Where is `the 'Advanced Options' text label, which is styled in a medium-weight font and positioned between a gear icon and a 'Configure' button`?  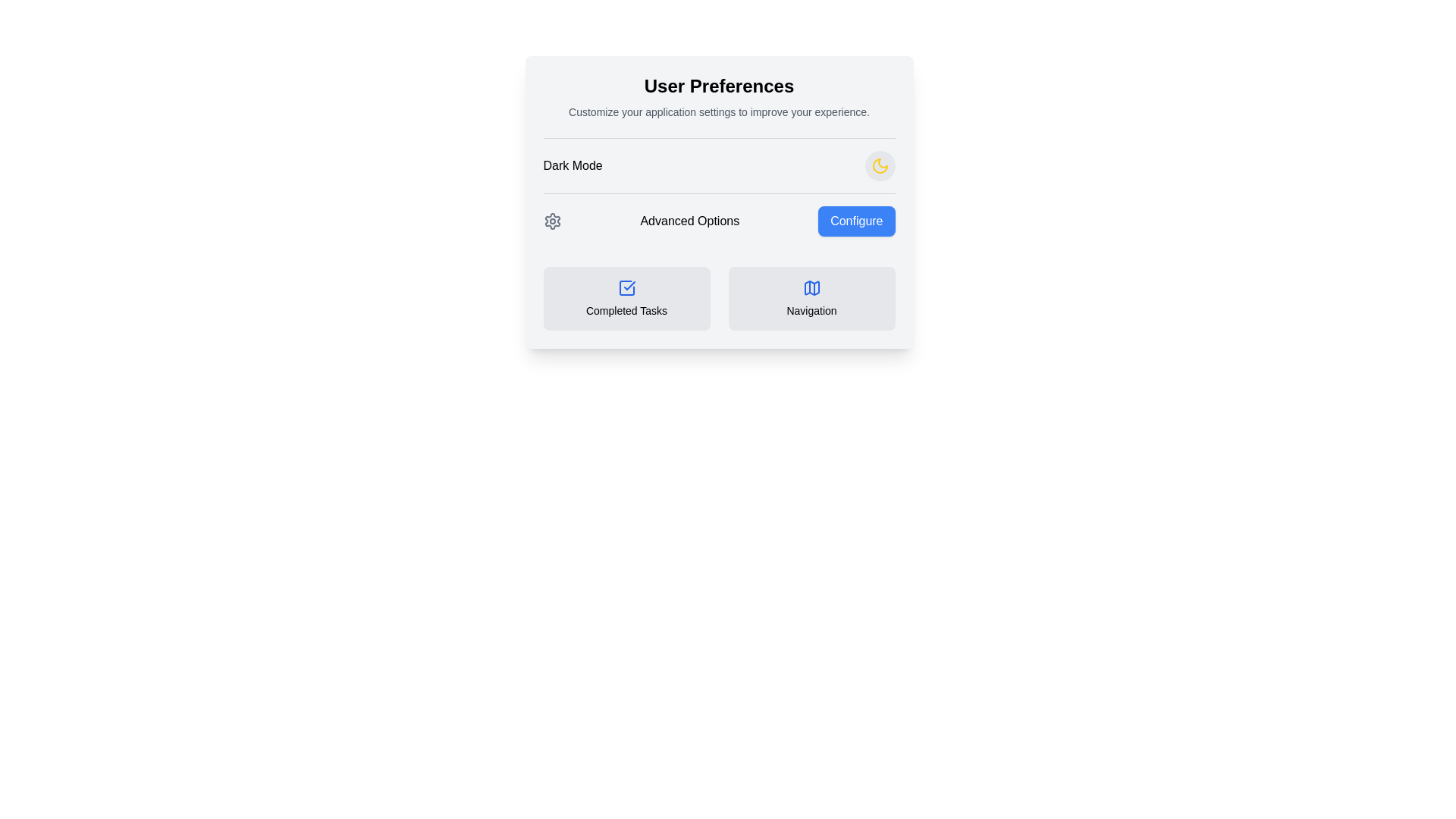 the 'Advanced Options' text label, which is styled in a medium-weight font and positioned between a gear icon and a 'Configure' button is located at coordinates (689, 221).